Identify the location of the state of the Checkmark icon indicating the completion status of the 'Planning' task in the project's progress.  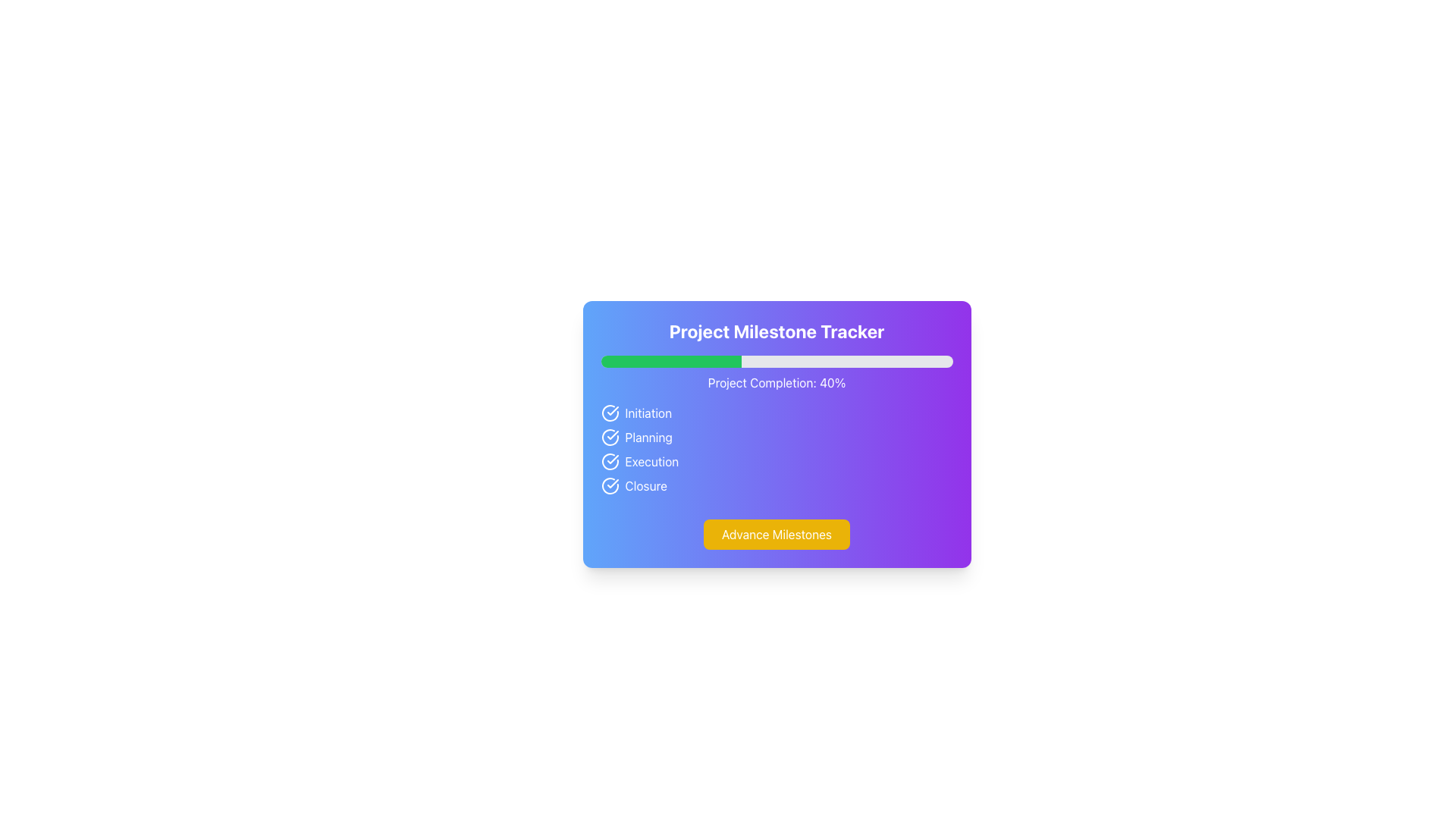
(613, 438).